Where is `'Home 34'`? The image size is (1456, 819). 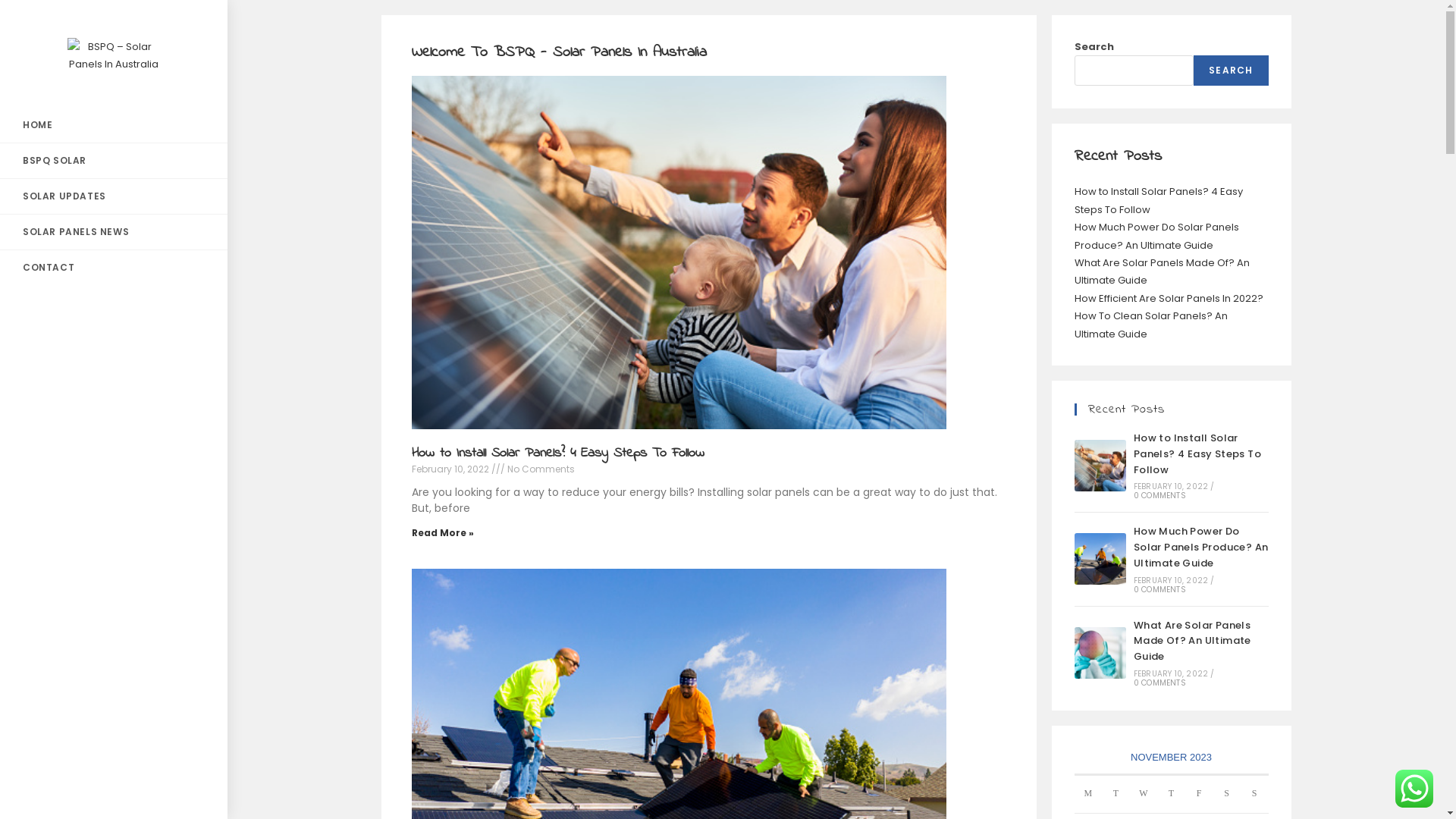
'Home 34' is located at coordinates (673, 249).